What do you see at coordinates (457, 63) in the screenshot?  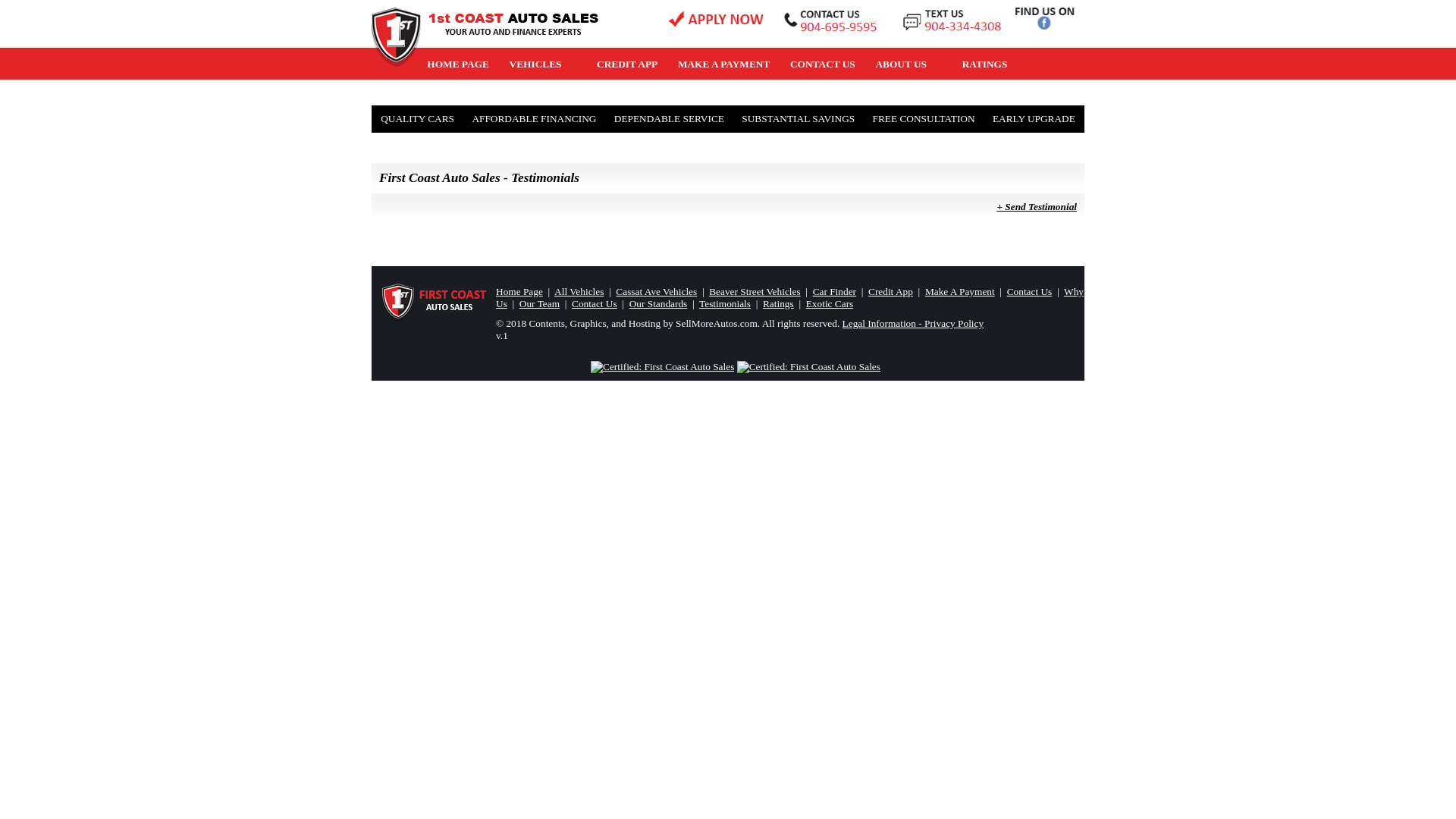 I see `'HOME PAGE'` at bounding box center [457, 63].